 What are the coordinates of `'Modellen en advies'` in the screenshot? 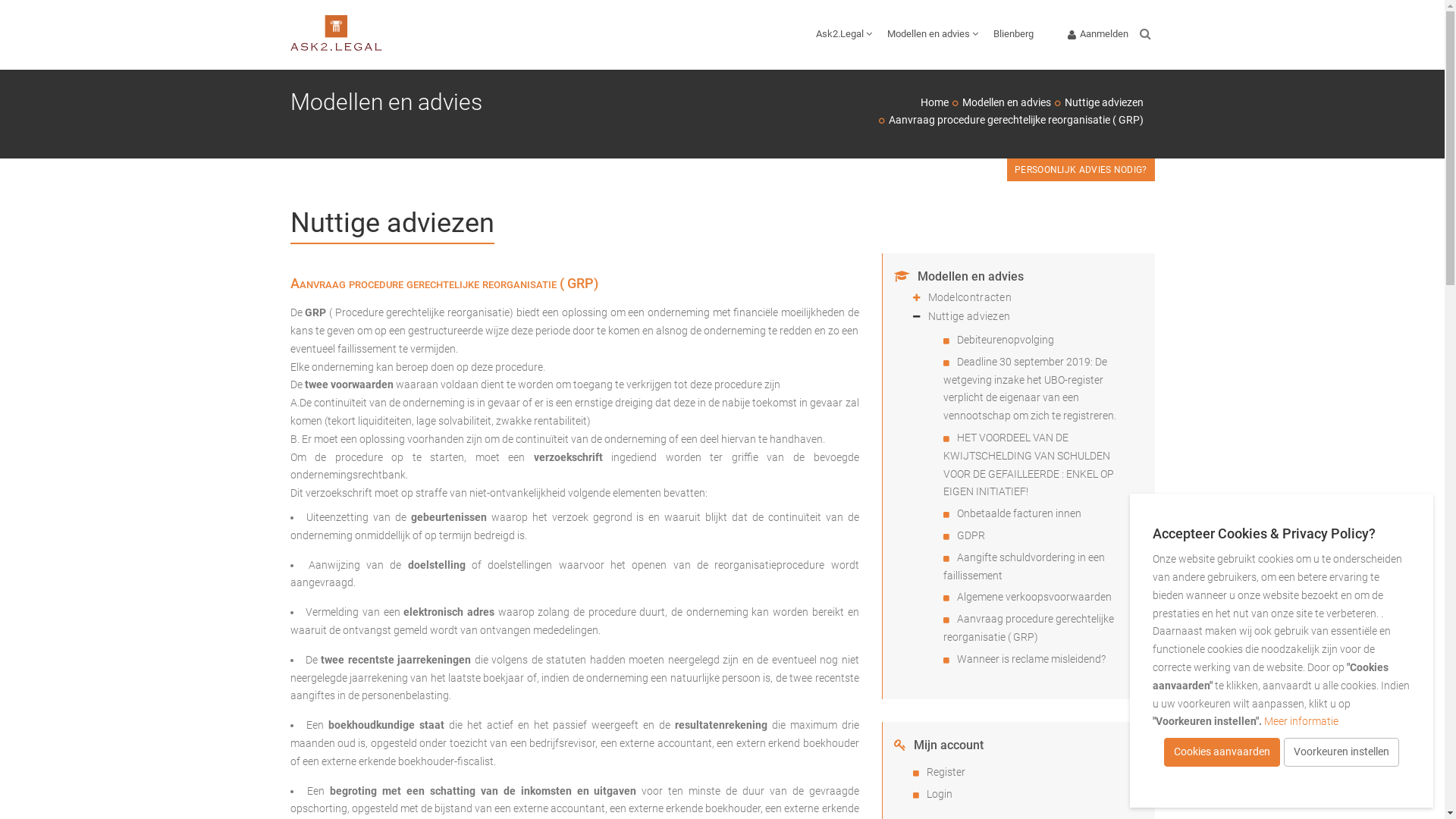 It's located at (960, 102).